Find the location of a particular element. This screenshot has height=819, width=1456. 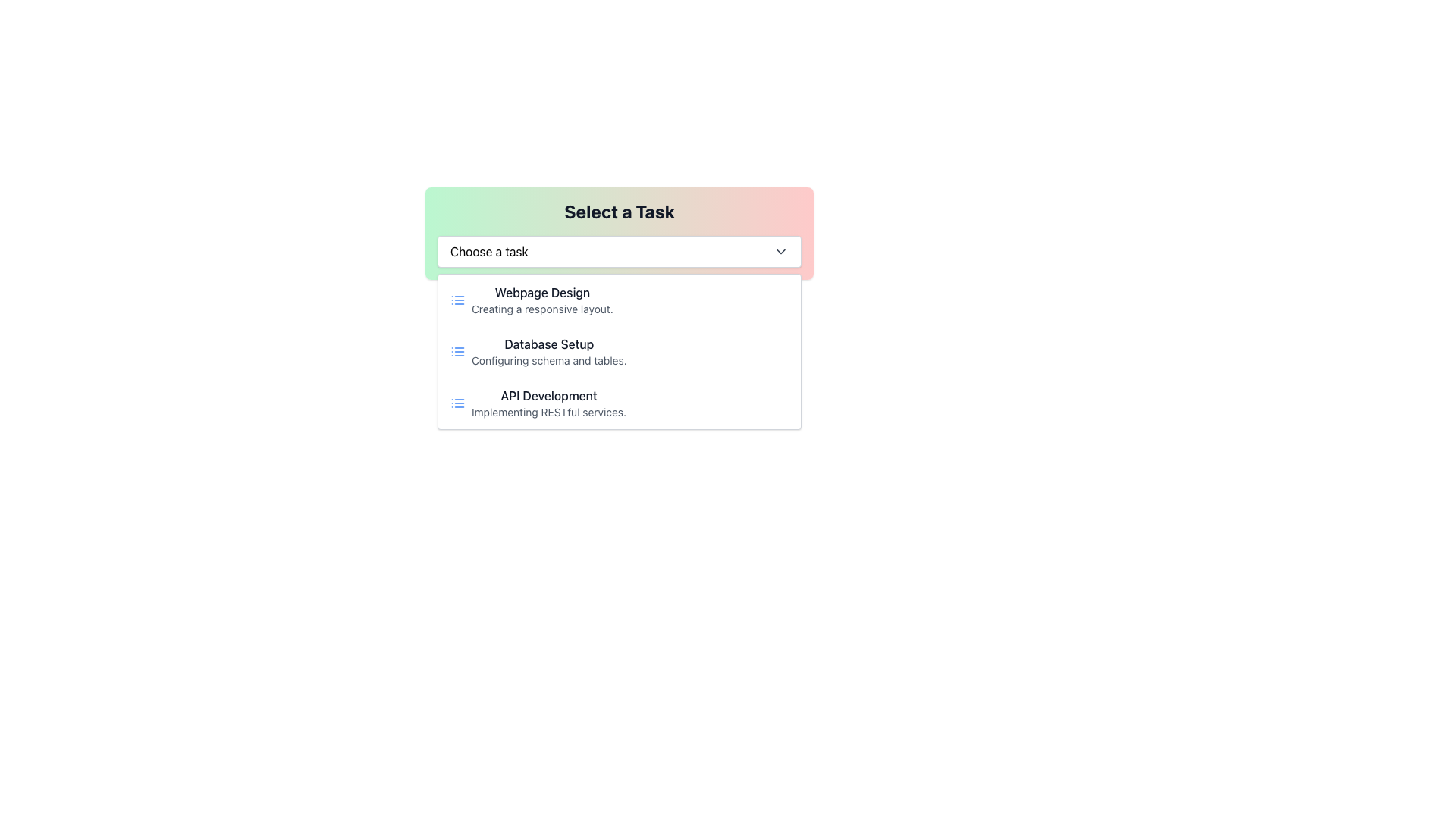

the downward chevron icon on the far right of the 'Choose a task' dropdown selection bar is located at coordinates (781, 250).